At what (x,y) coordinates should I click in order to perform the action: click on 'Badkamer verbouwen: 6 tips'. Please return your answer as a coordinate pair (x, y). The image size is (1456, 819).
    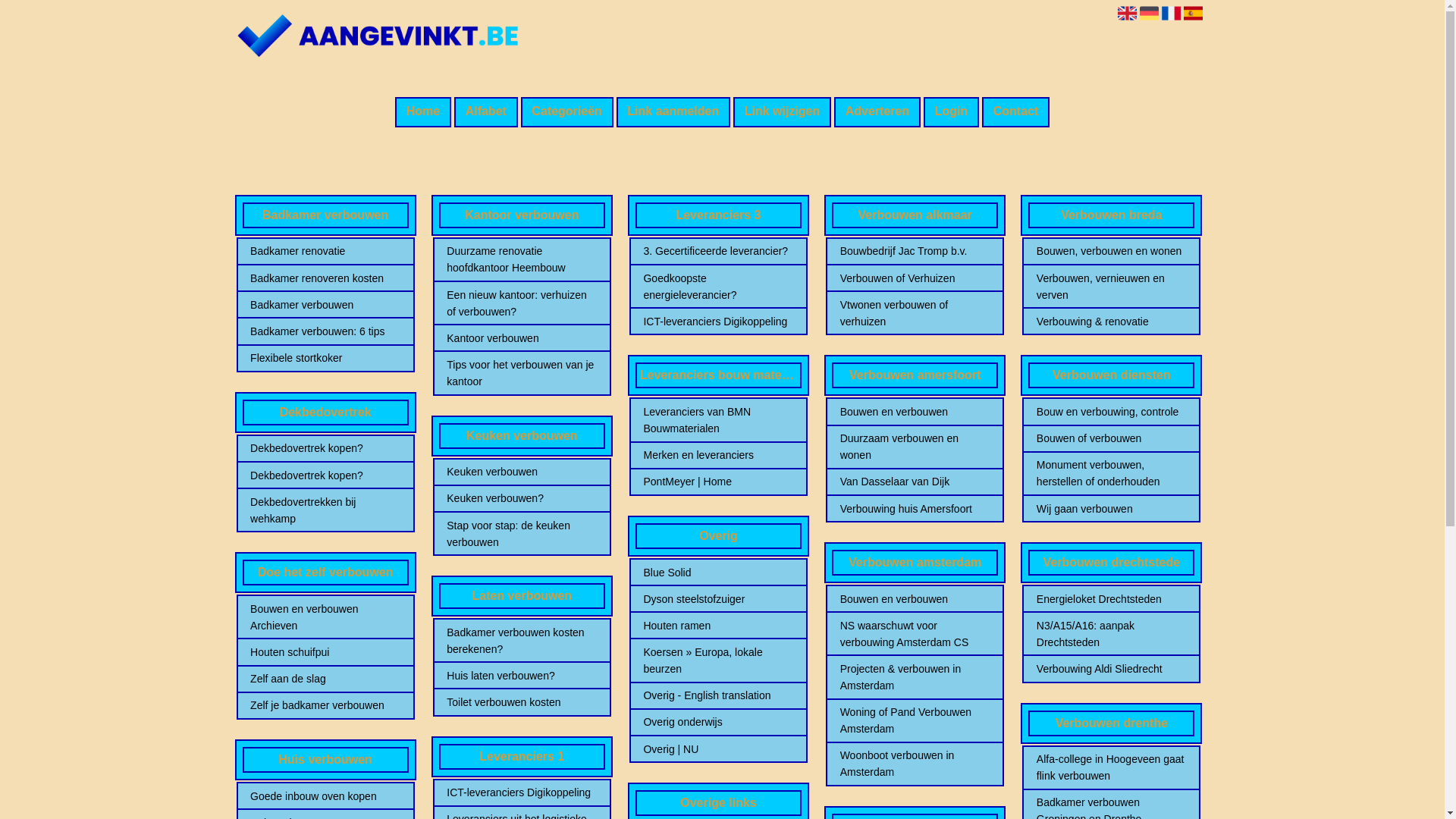
    Looking at the image, I should click on (324, 330).